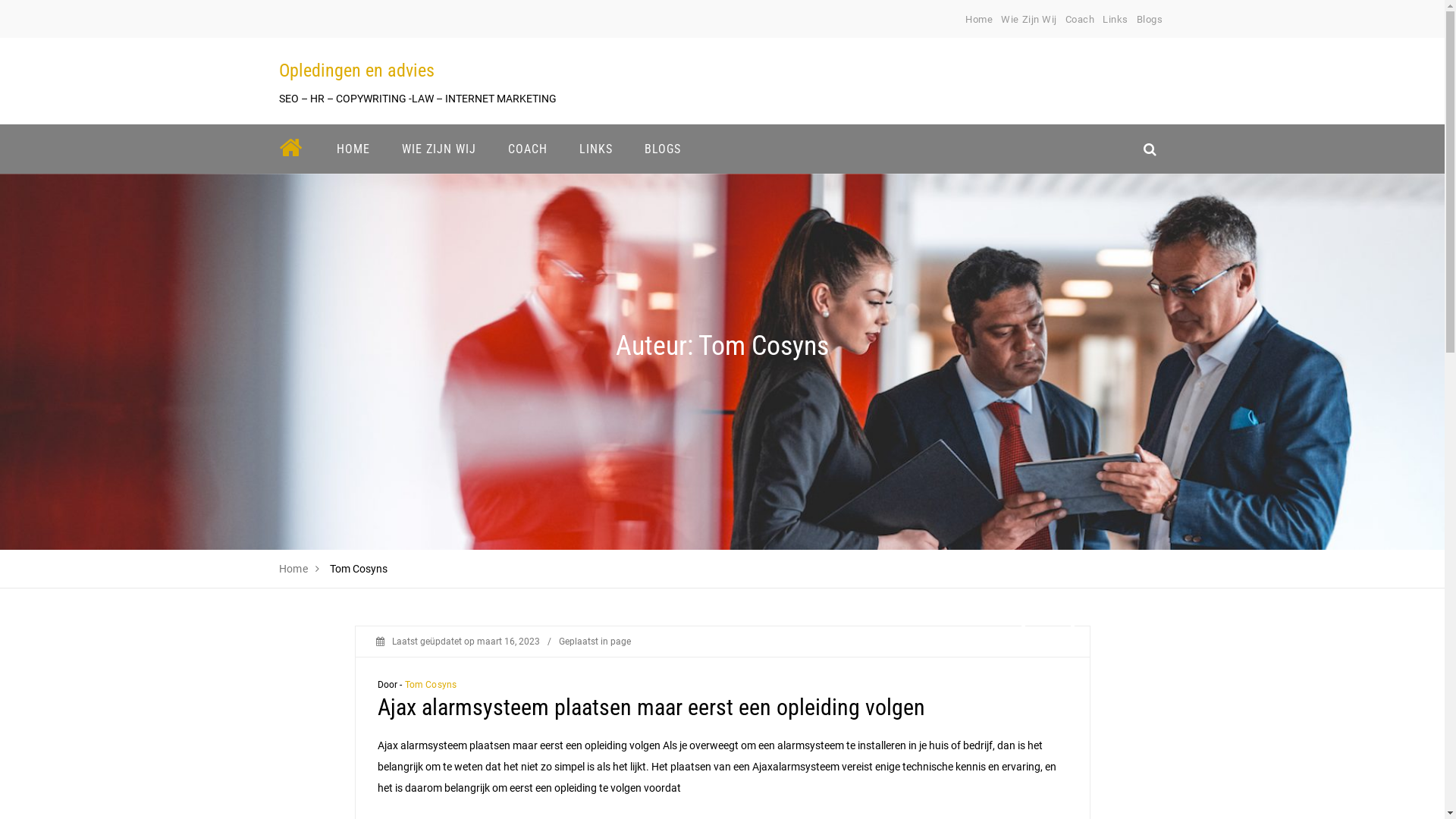 This screenshot has height=819, width=1456. Describe the element at coordinates (1115, 19) in the screenshot. I see `'Links'` at that location.